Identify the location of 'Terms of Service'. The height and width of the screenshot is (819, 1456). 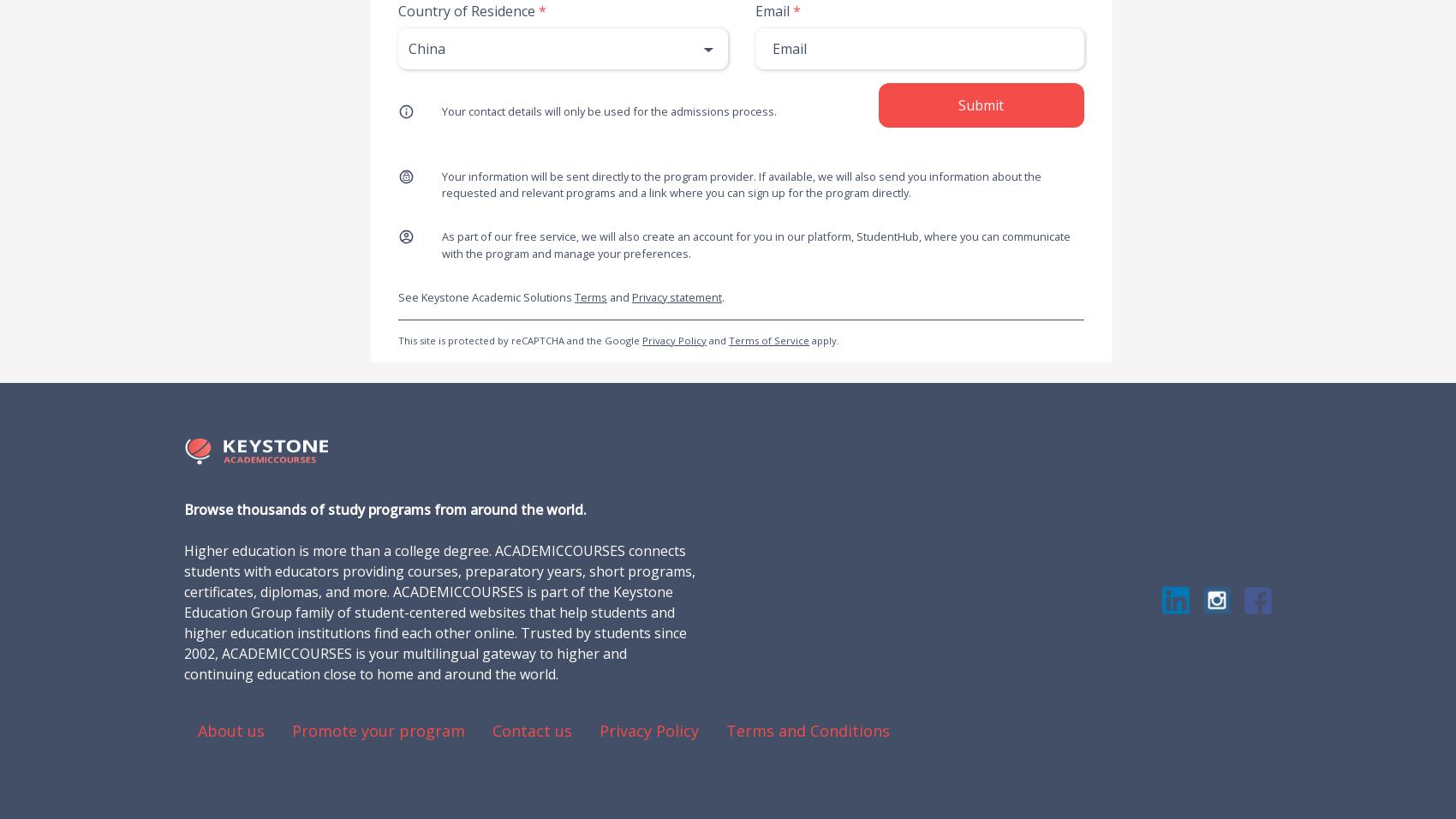
(768, 339).